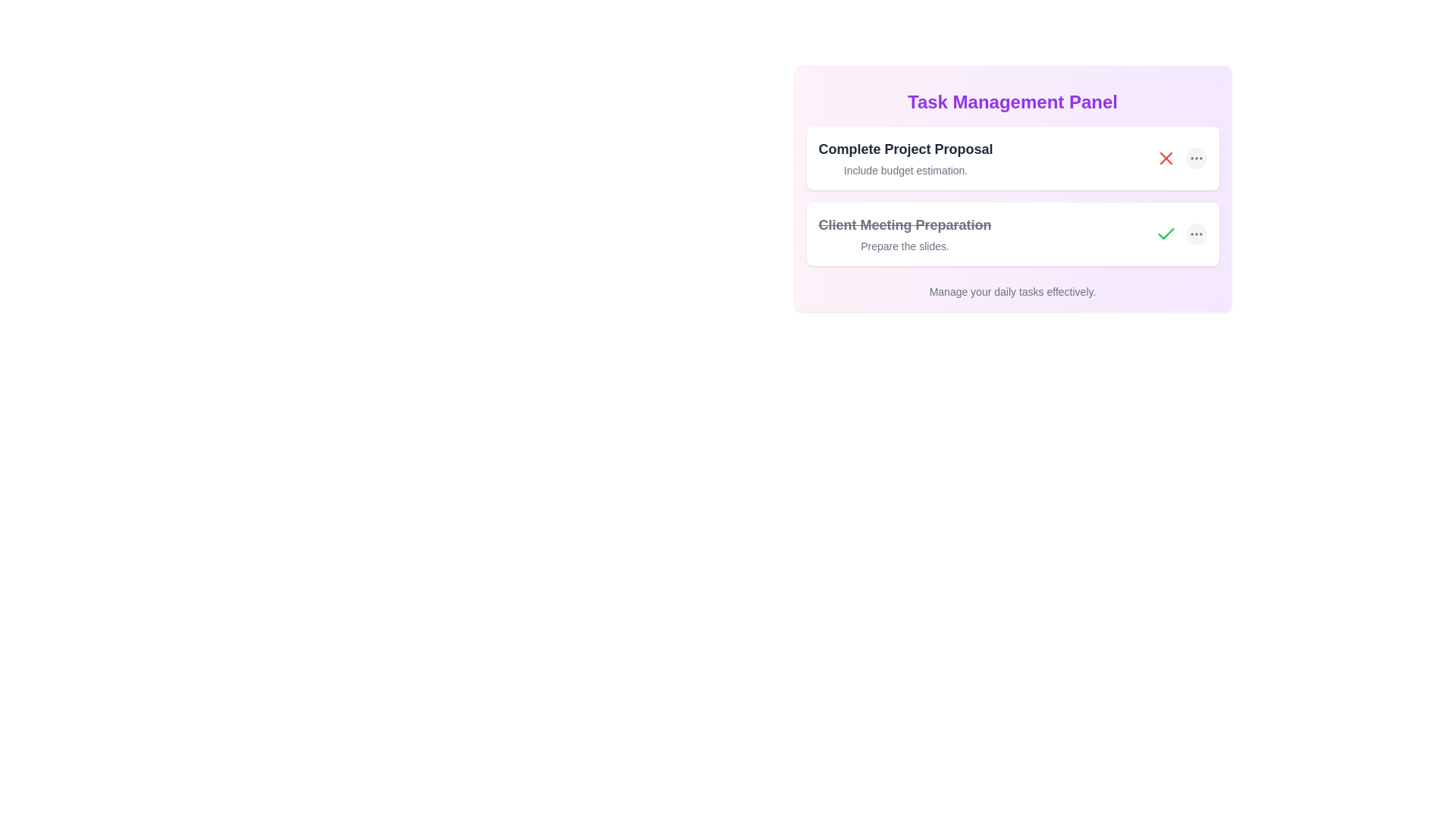 The image size is (1456, 819). I want to click on on the title of the first task entry in the Task Management Panel, which is styled with a gradient background and contains interactive elements, so click(1012, 188).